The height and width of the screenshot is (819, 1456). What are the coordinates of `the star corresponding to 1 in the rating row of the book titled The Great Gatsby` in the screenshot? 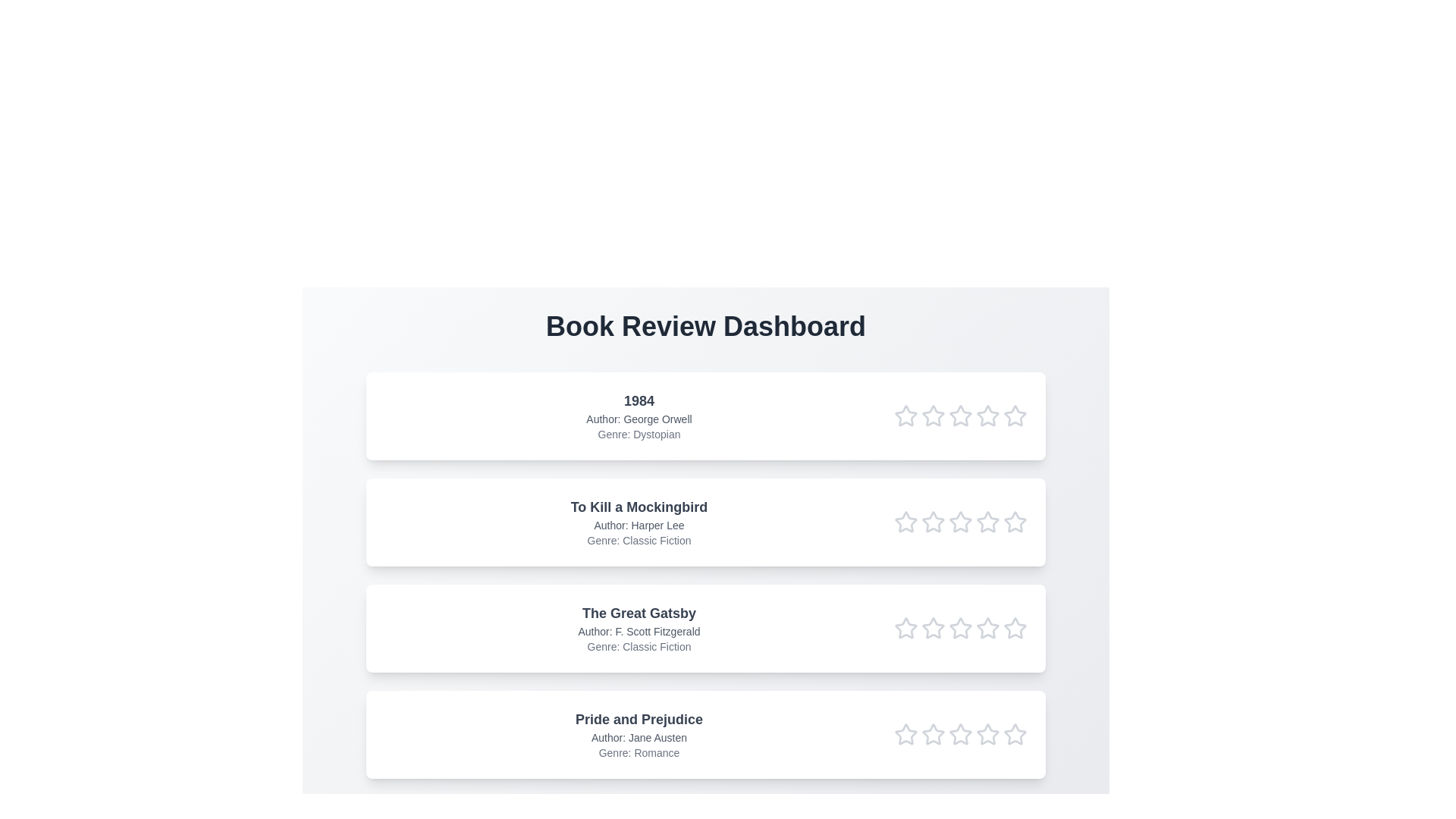 It's located at (906, 629).